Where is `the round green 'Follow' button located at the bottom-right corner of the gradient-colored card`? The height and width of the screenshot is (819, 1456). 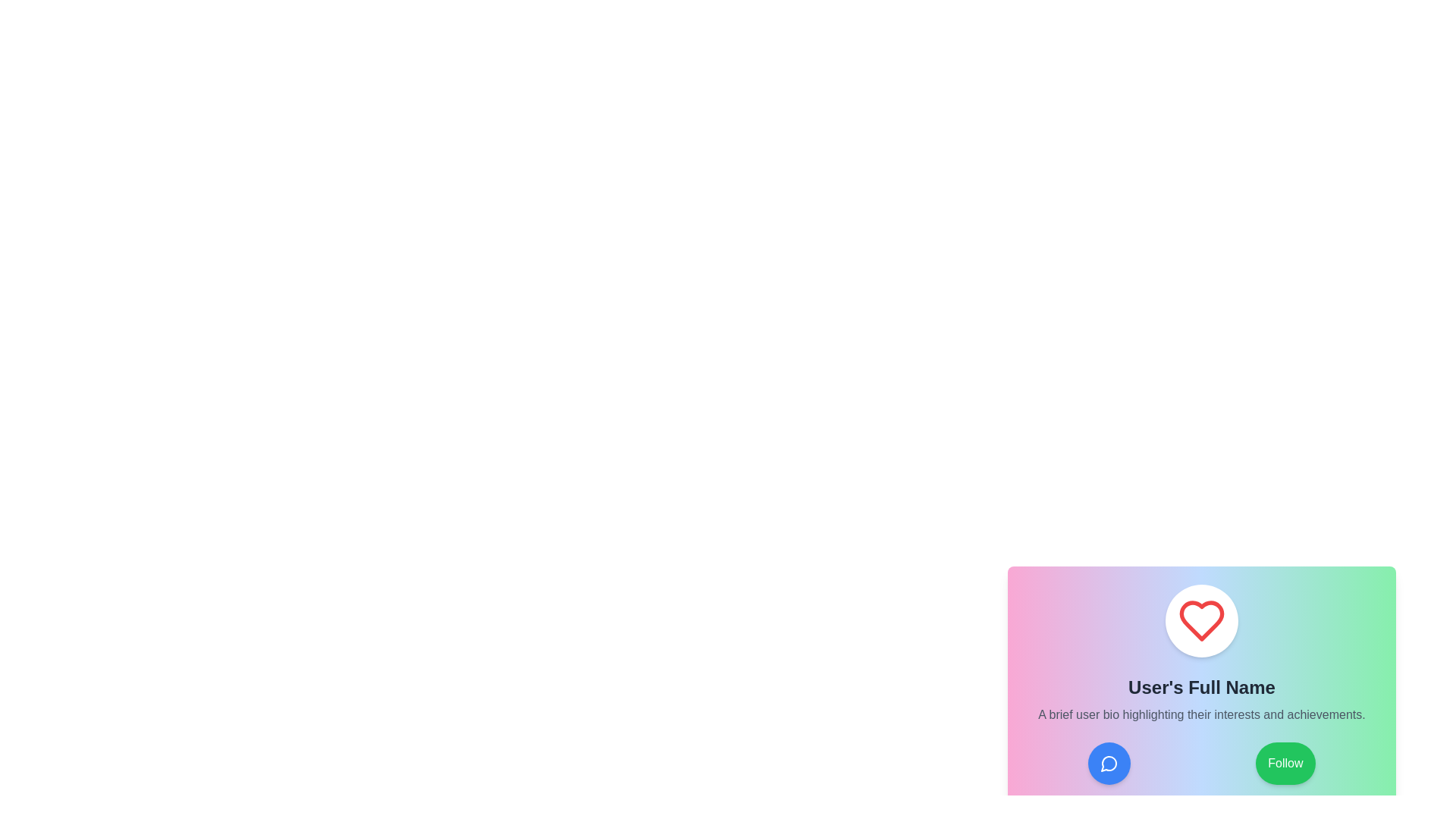 the round green 'Follow' button located at the bottom-right corner of the gradient-colored card is located at coordinates (1285, 763).